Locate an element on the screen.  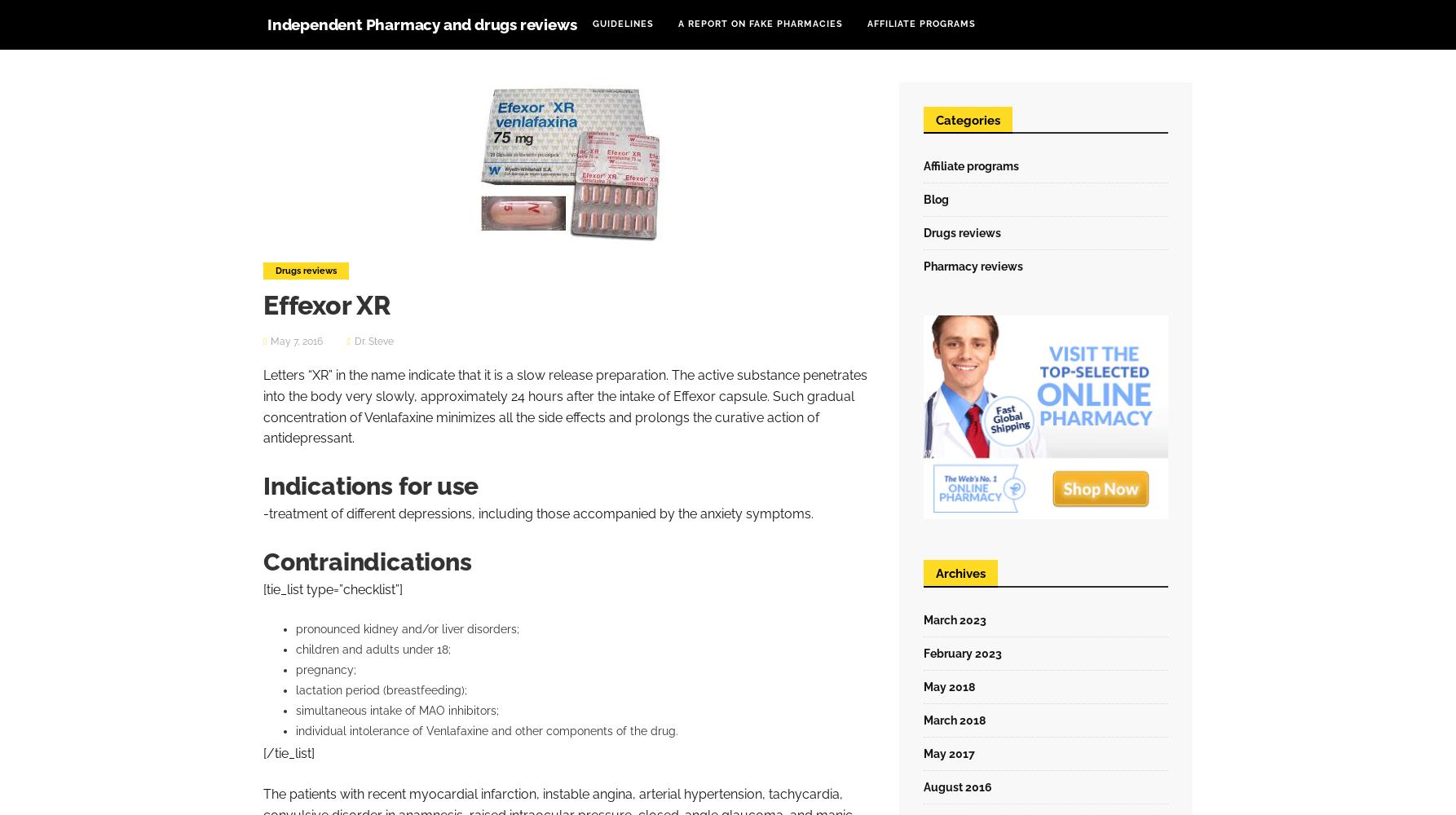
'simultaneous intake of MAO inhibitors;' is located at coordinates (396, 709).